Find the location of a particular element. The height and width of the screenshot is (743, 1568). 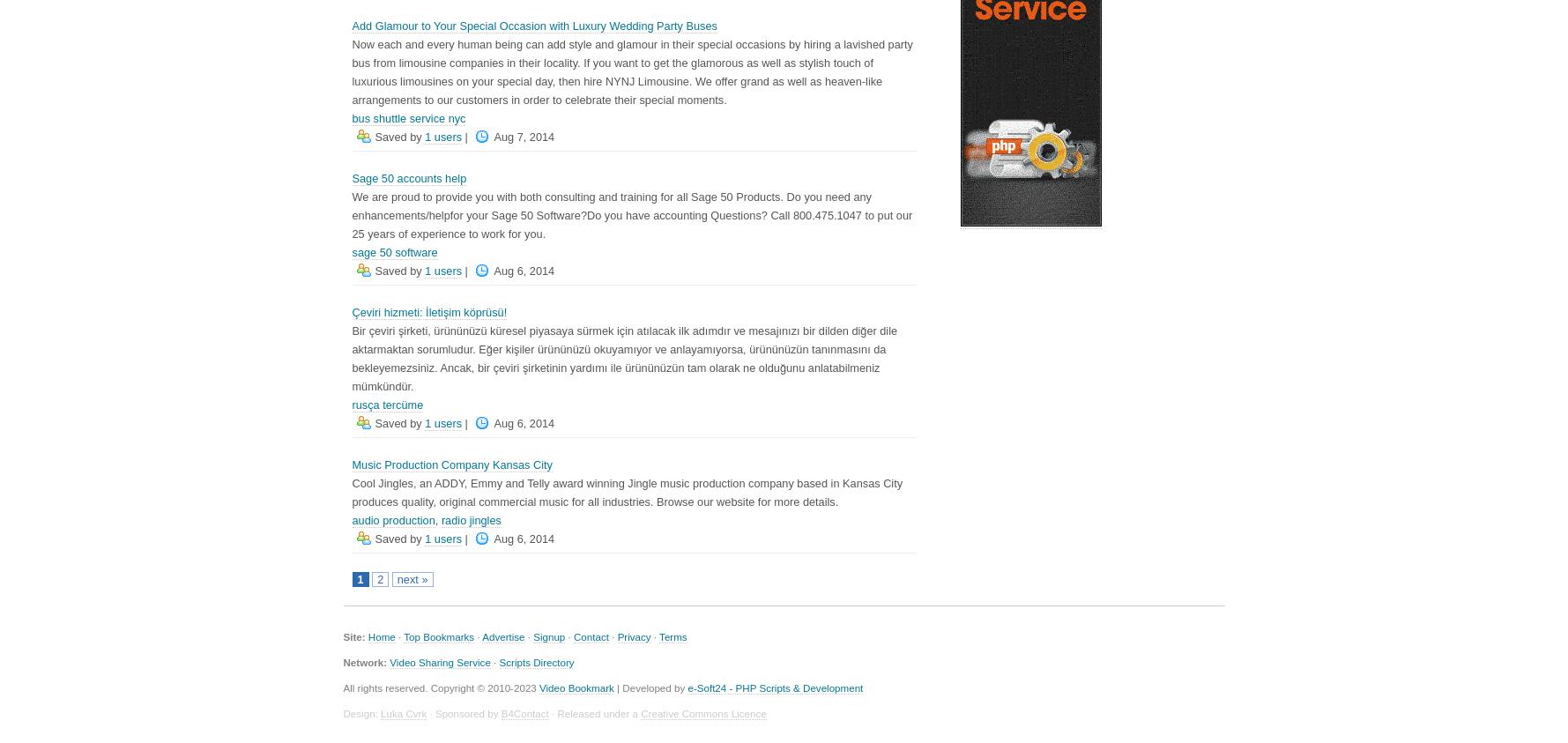

'Sage 50 accounts help' is located at coordinates (351, 177).